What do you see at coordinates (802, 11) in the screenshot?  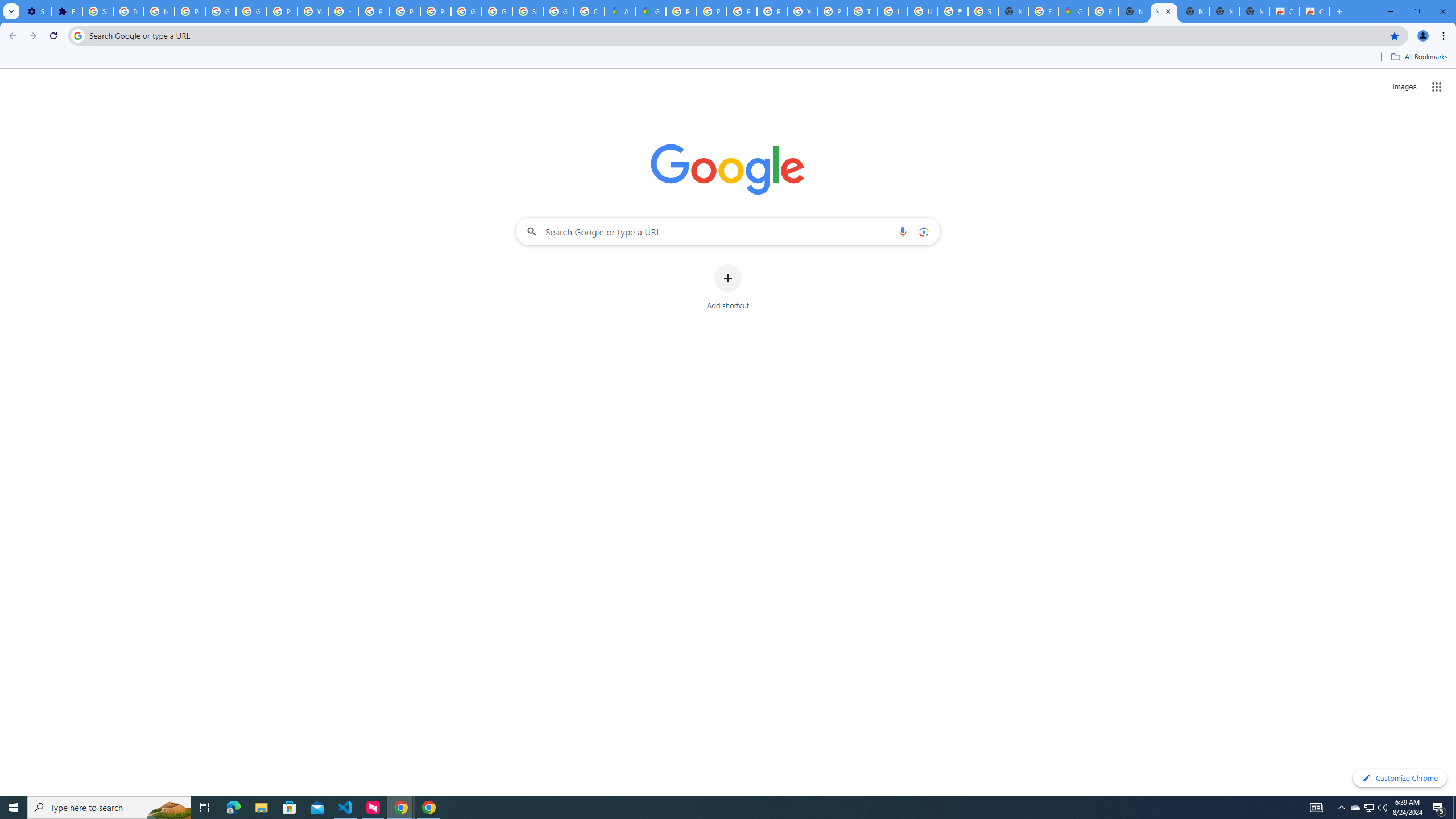 I see `'YouTube'` at bounding box center [802, 11].